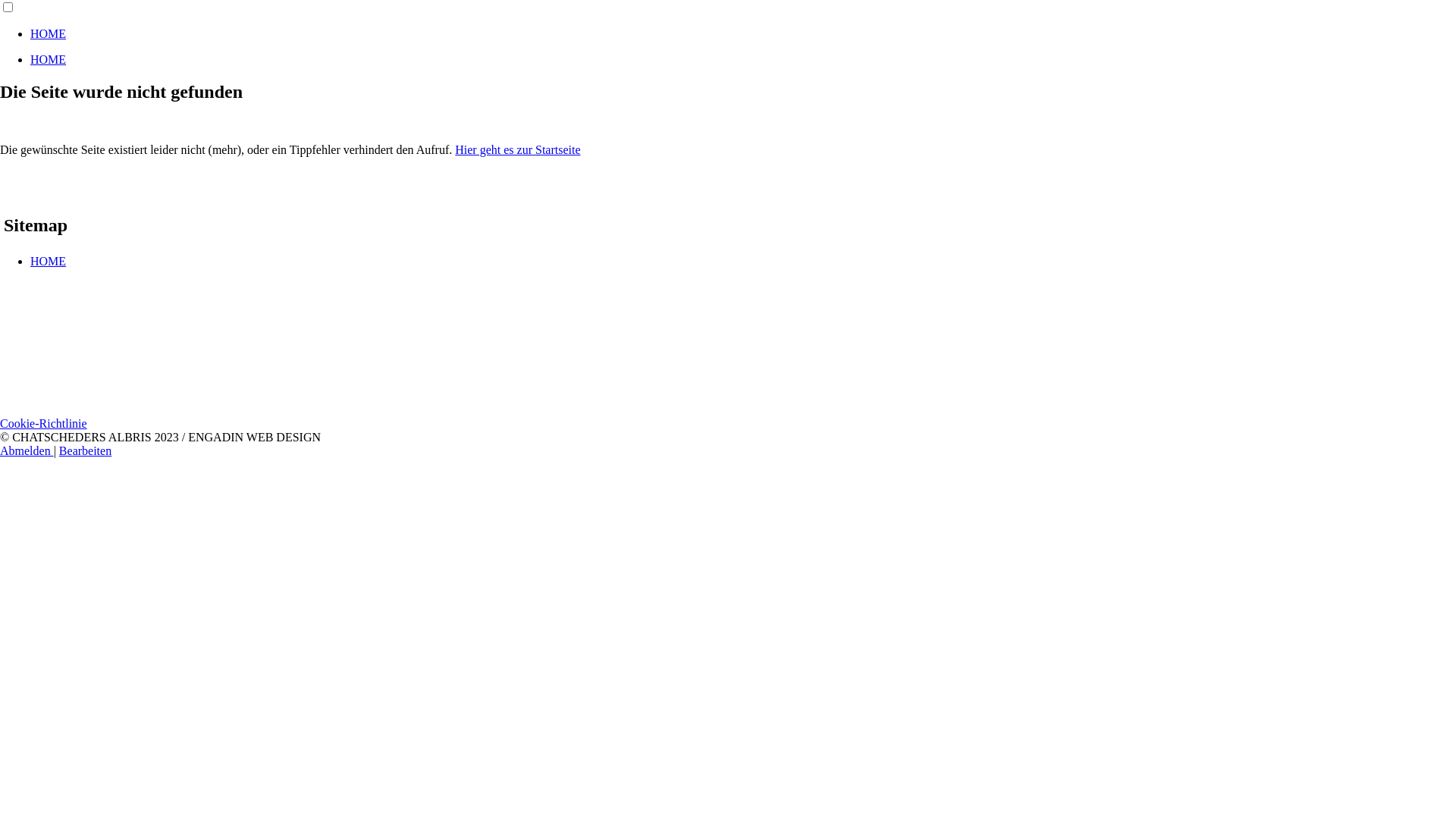  Describe the element at coordinates (48, 260) in the screenshot. I see `'HOME'` at that location.